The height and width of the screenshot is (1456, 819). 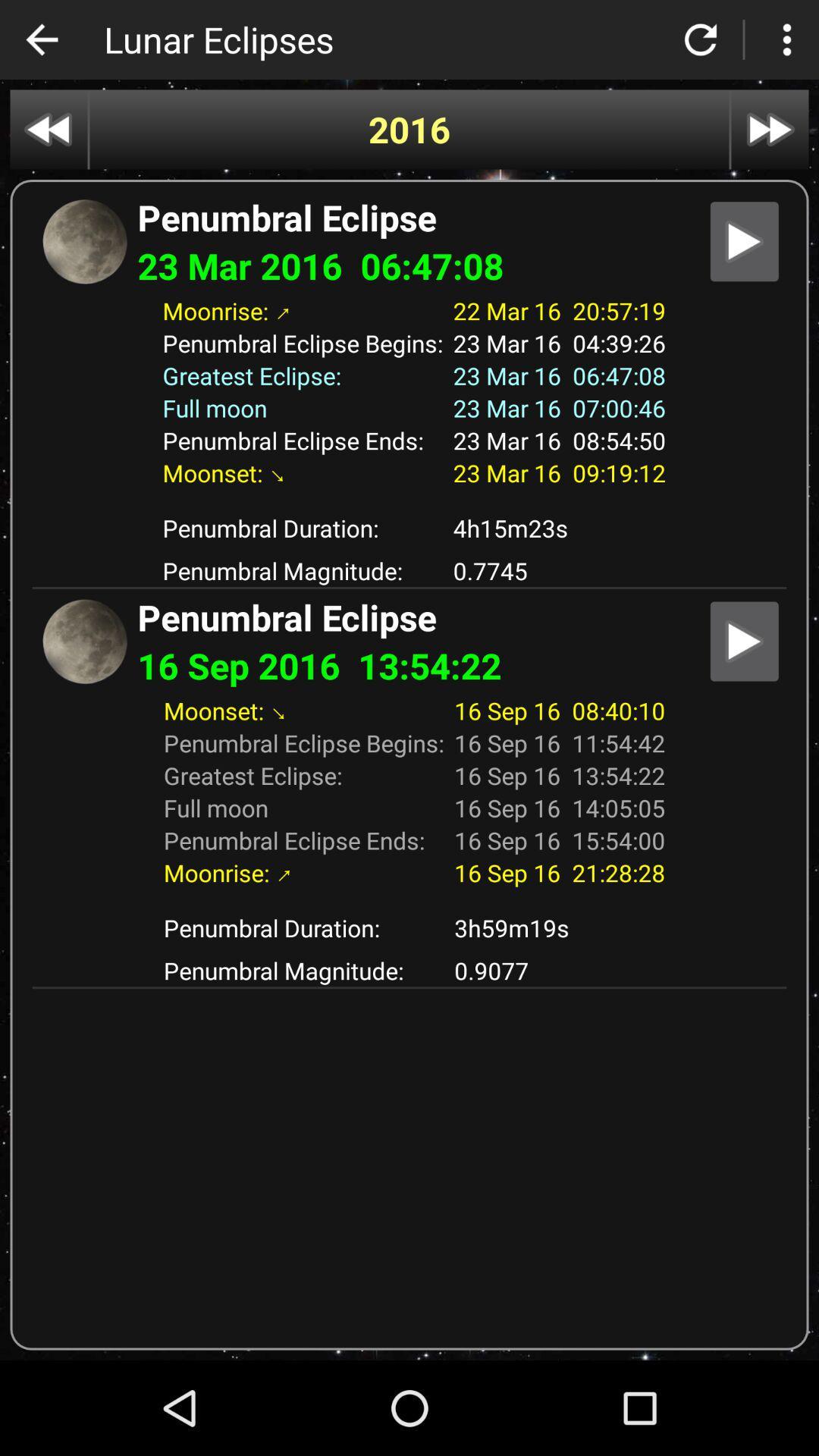 What do you see at coordinates (743, 641) in the screenshot?
I see `file` at bounding box center [743, 641].